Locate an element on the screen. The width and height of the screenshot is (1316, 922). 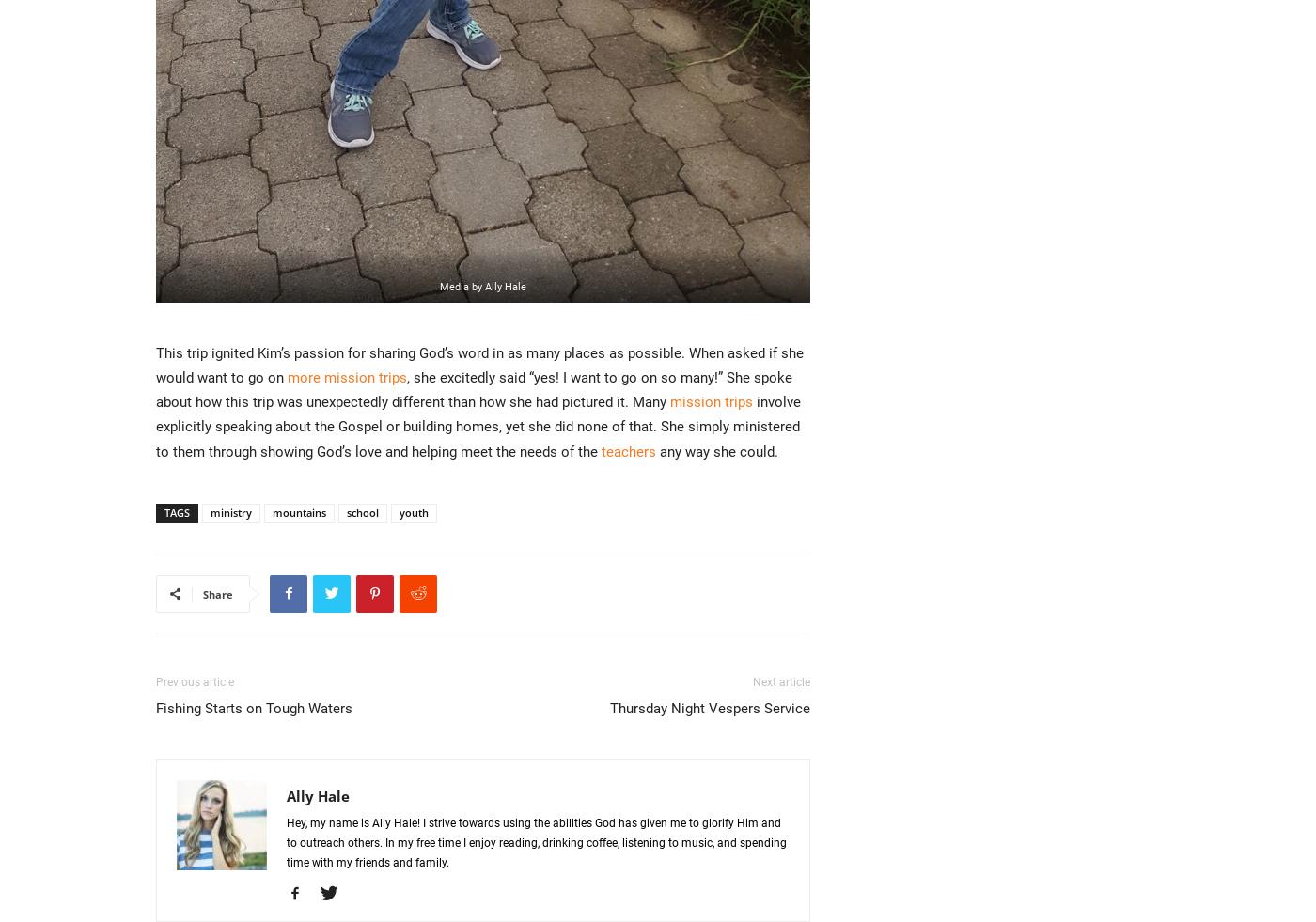
'teachers' is located at coordinates (626, 450).